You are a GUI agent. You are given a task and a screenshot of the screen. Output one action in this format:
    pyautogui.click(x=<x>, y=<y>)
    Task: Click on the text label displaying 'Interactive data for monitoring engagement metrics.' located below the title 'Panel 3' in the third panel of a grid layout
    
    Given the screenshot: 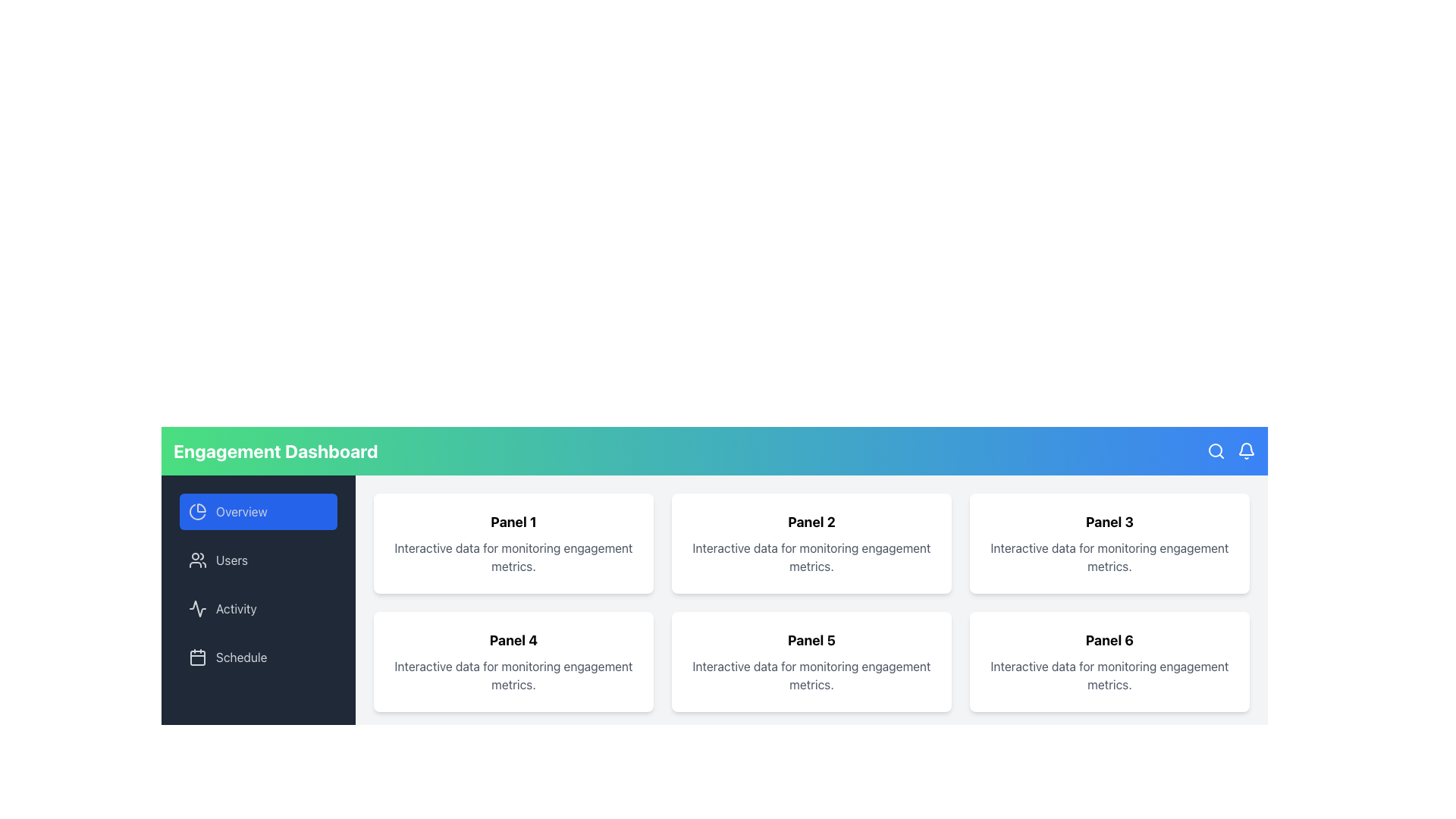 What is the action you would take?
    pyautogui.click(x=1109, y=557)
    